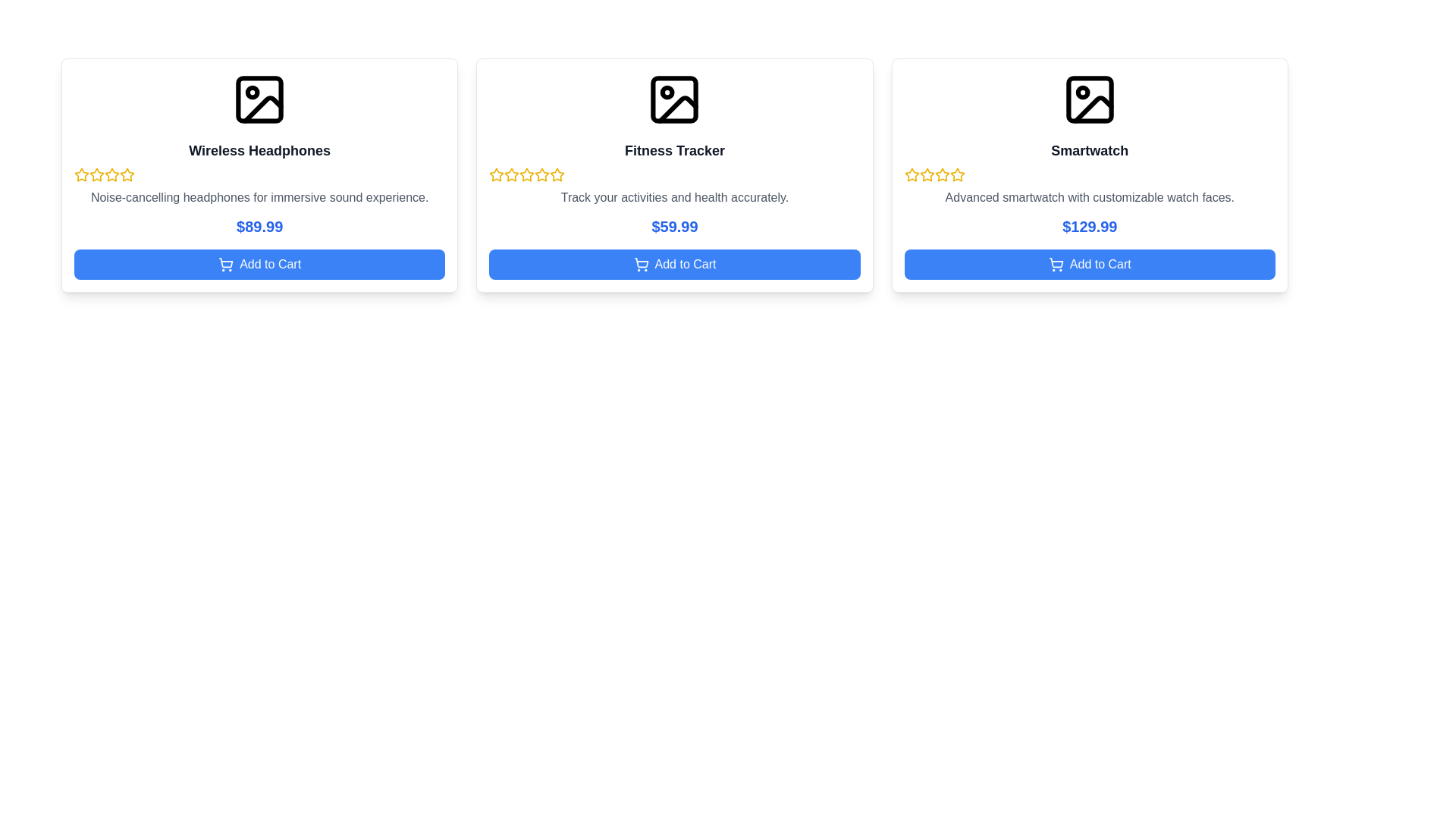  What do you see at coordinates (1089, 263) in the screenshot?
I see `the 'Add to Cart' button for the 'Smartwatch' item located at the bottom of its product card` at bounding box center [1089, 263].